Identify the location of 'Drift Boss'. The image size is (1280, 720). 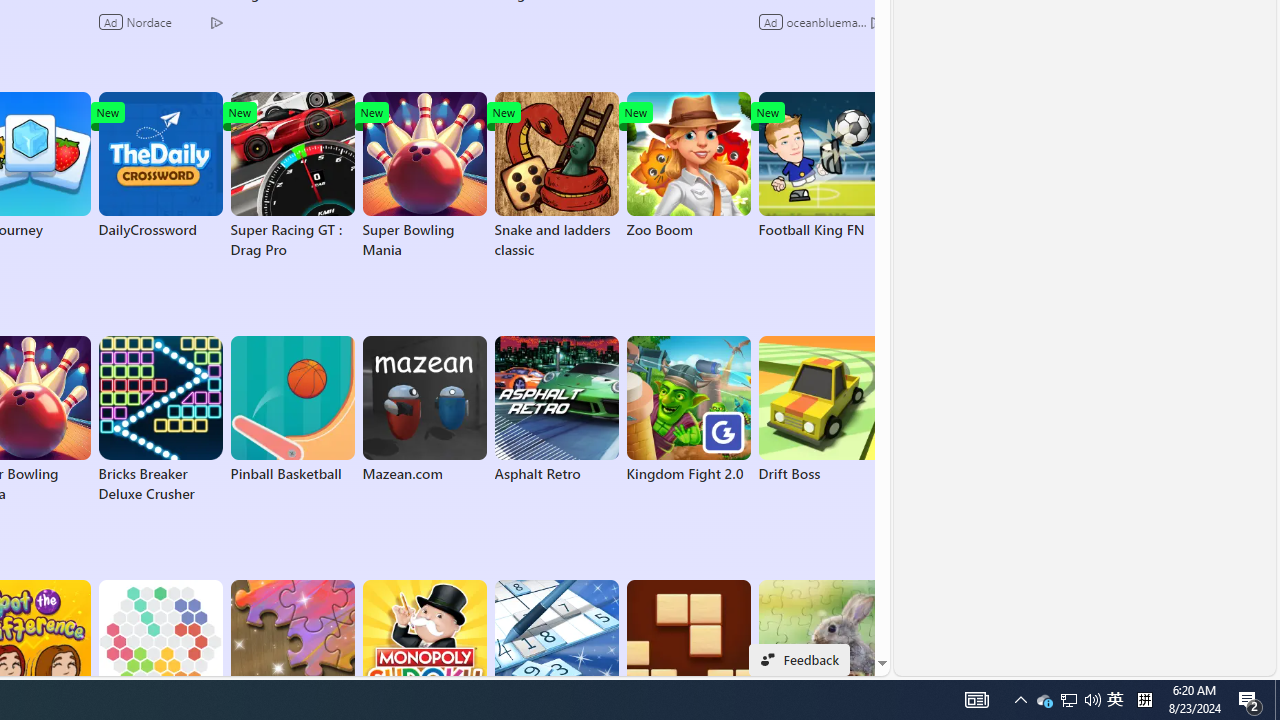
(820, 409).